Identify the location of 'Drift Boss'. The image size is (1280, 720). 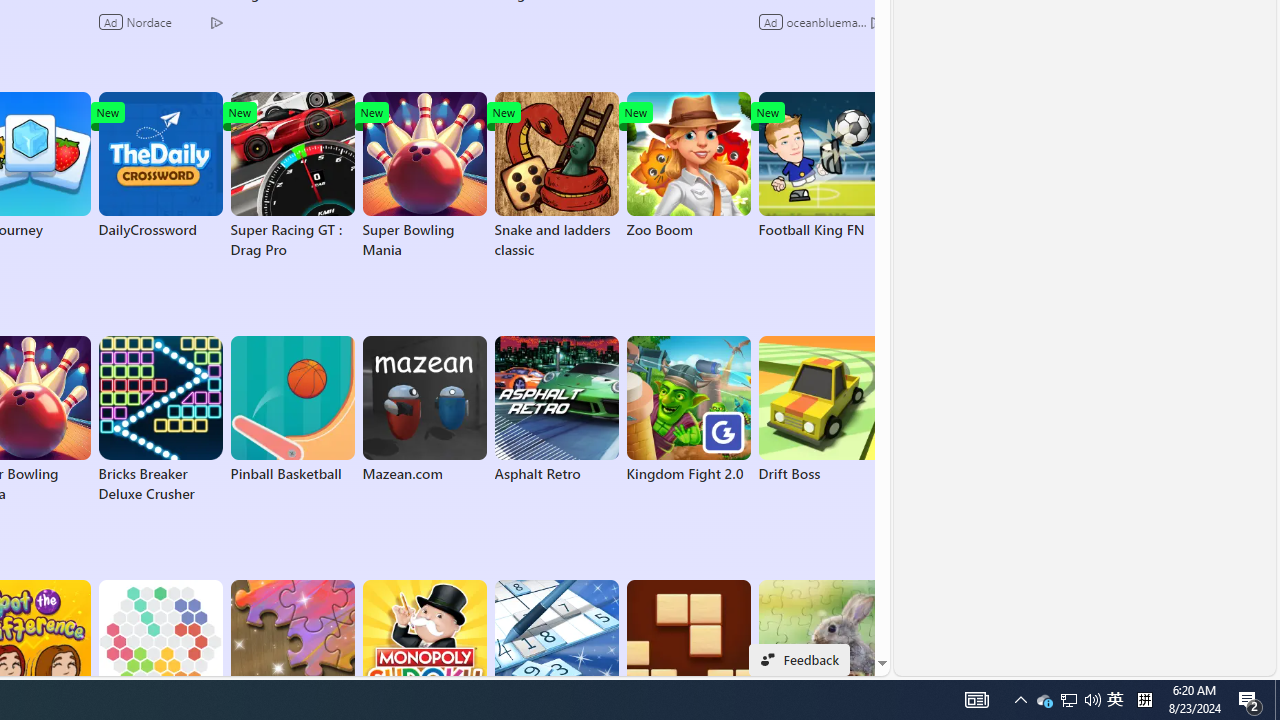
(820, 409).